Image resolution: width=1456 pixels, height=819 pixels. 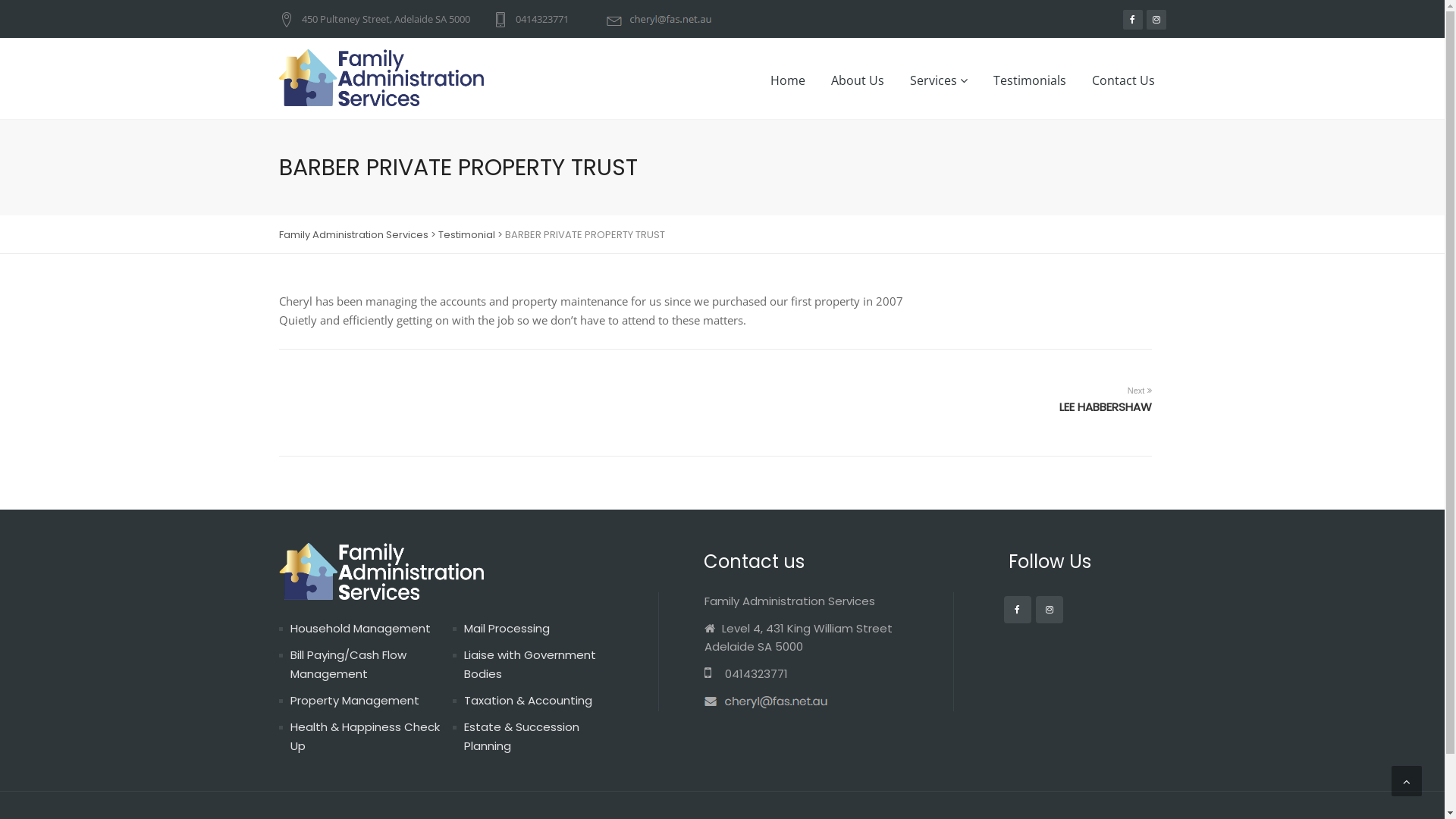 I want to click on 'Property Management', so click(x=353, y=700).